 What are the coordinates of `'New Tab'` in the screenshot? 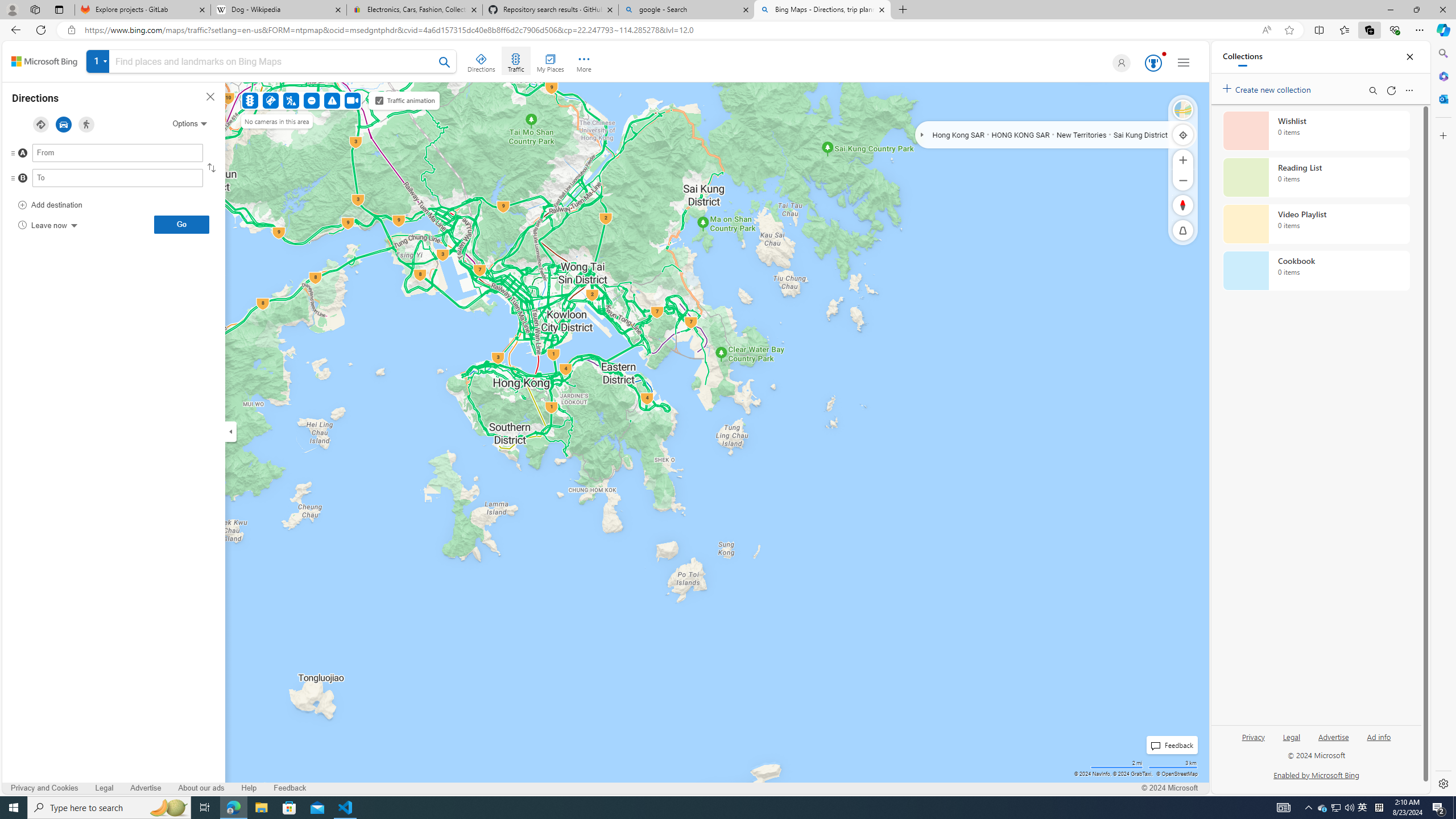 It's located at (903, 9).